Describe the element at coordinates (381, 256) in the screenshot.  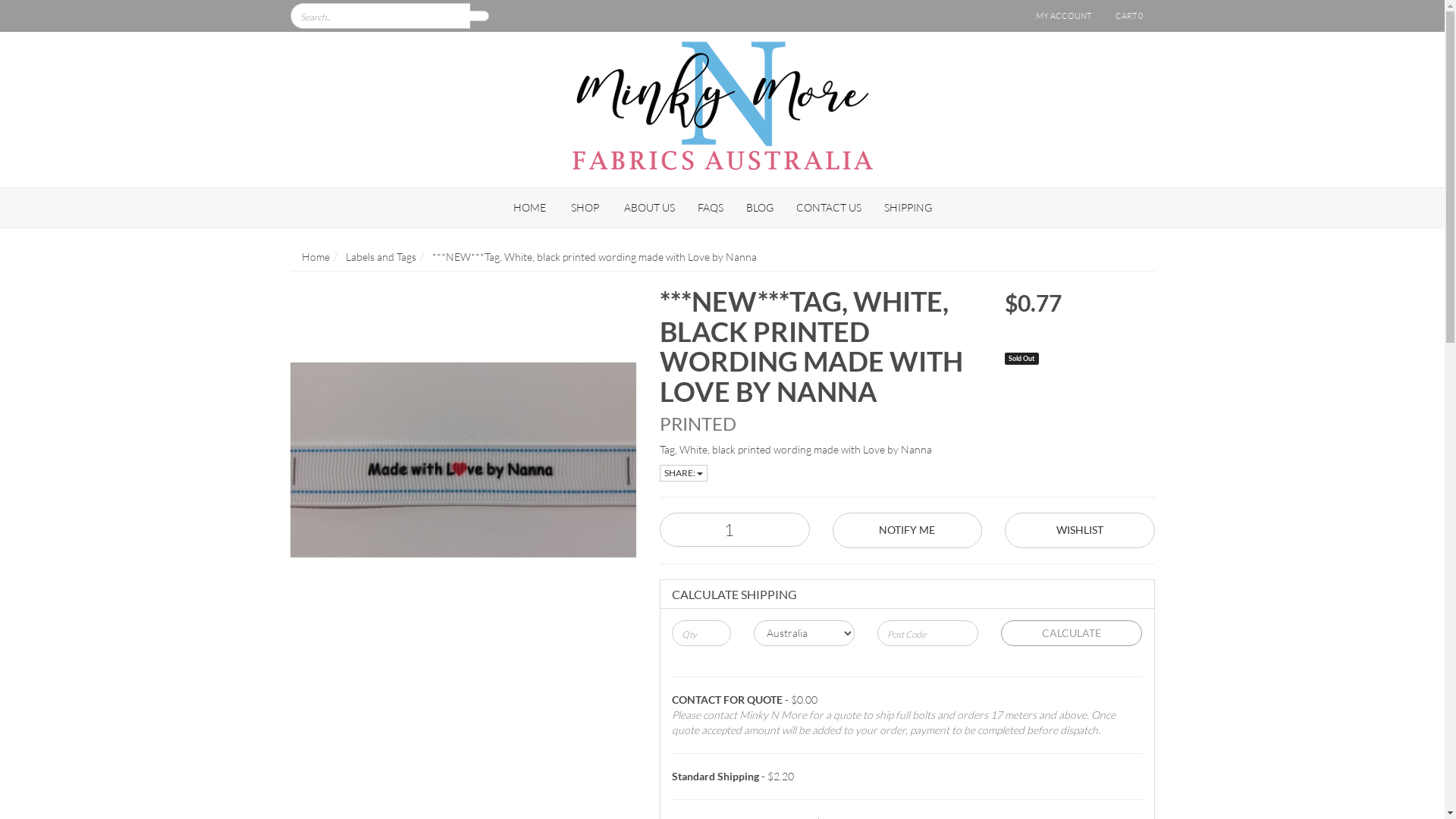
I see `'Labels and Tags'` at that location.